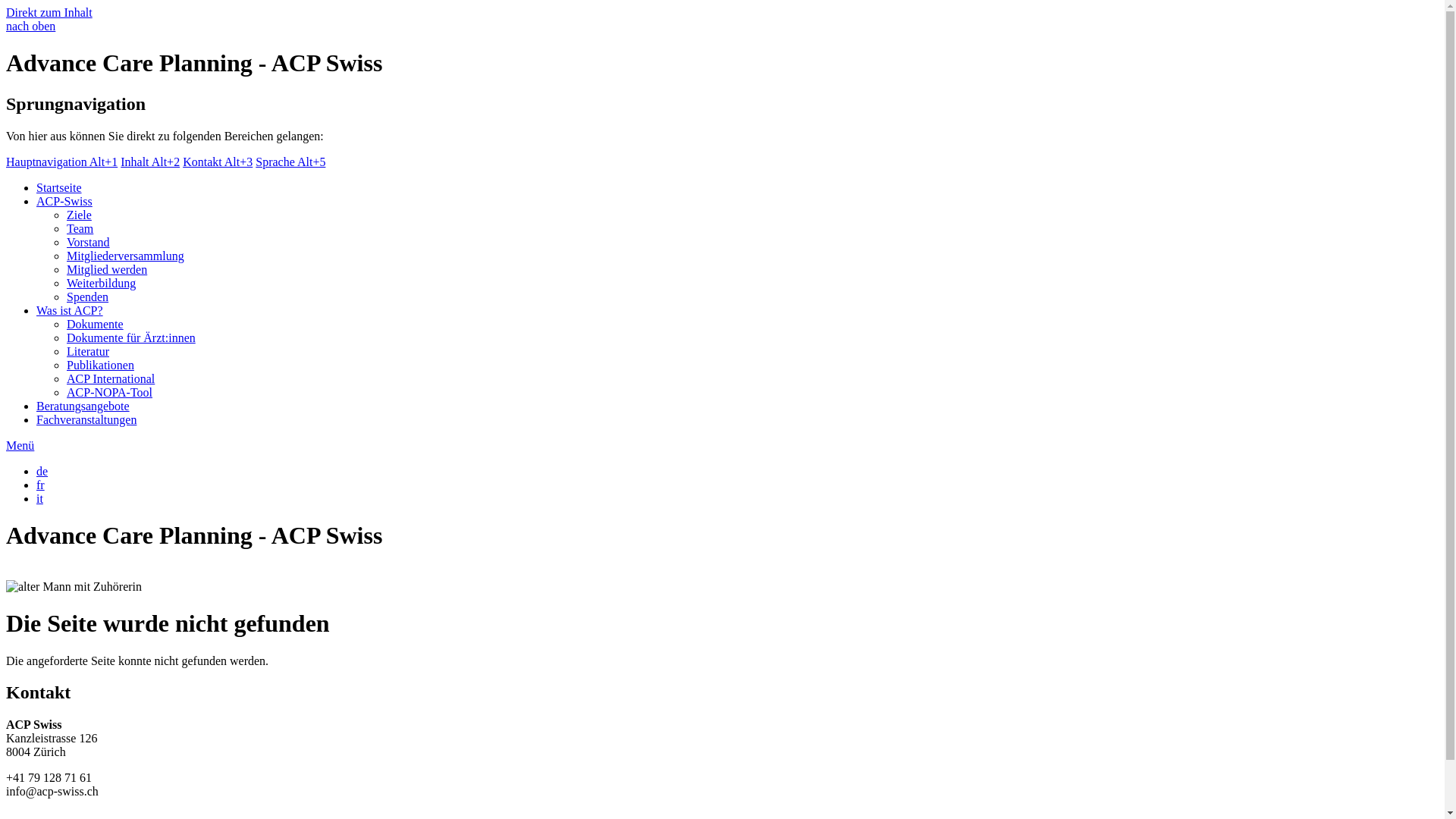 The image size is (1456, 819). I want to click on 'ACP-NOPA-Tool', so click(108, 391).